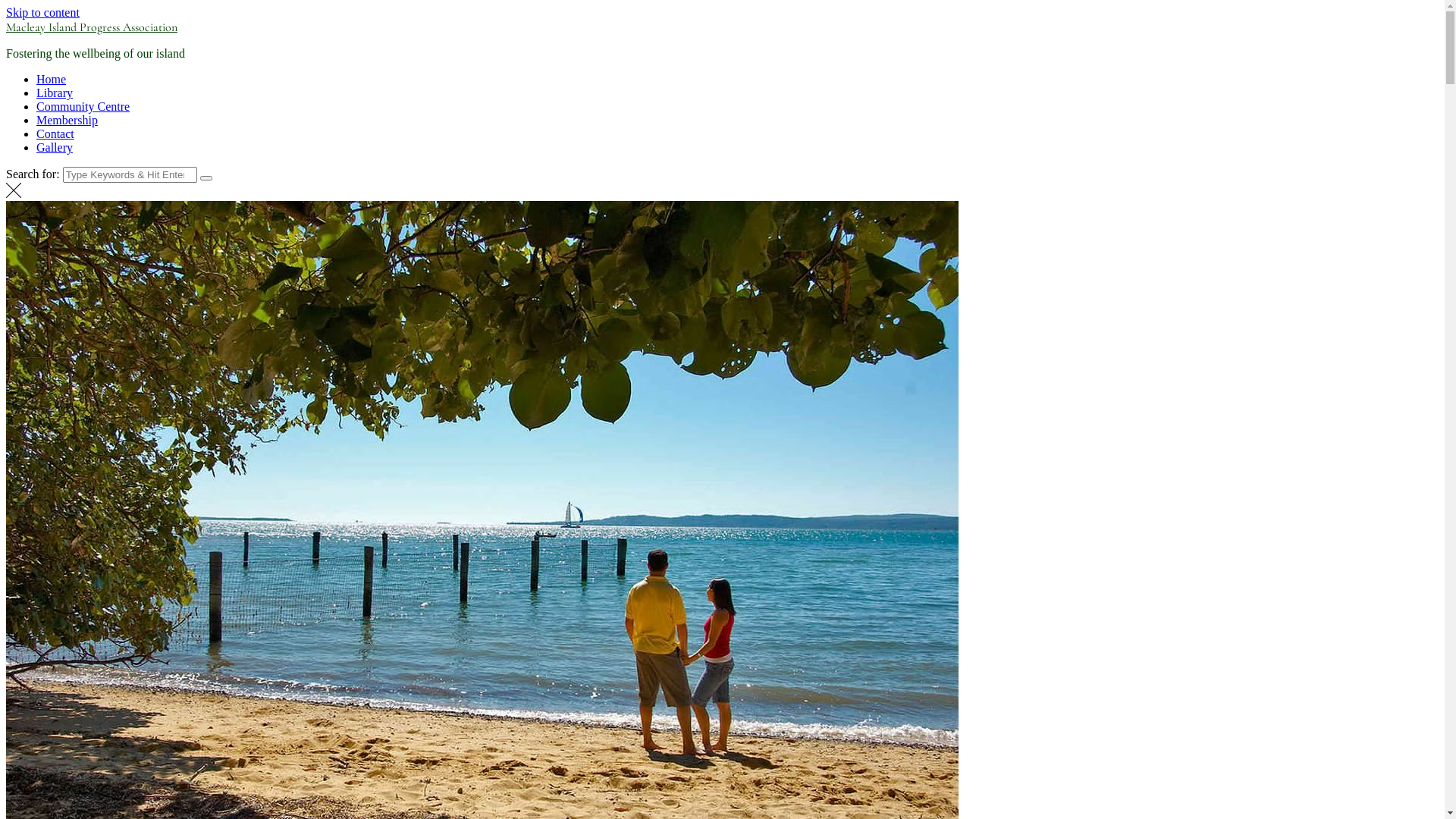 The image size is (1456, 819). Describe the element at coordinates (36, 147) in the screenshot. I see `'Gallery'` at that location.